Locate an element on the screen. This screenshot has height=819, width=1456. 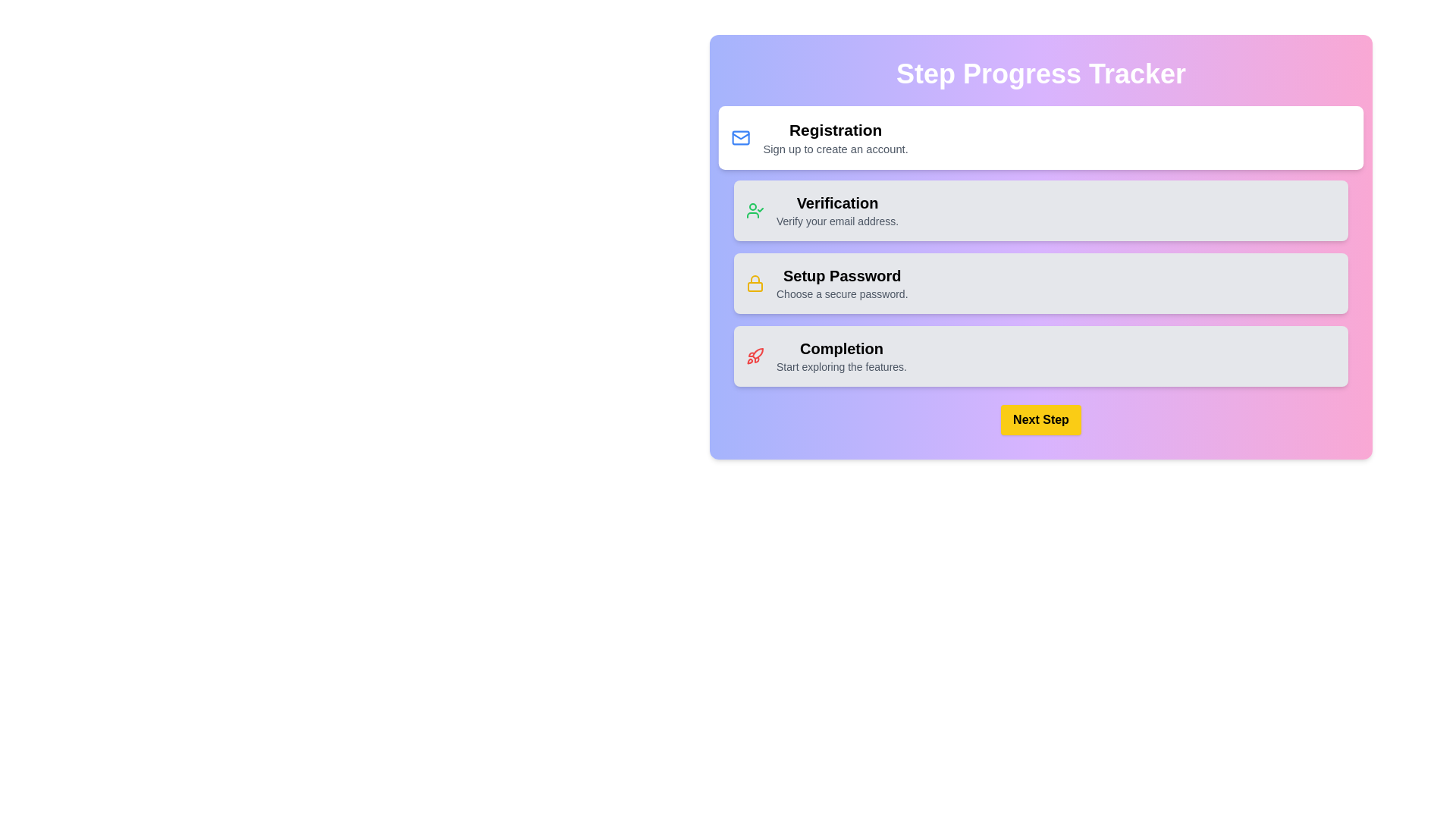
the button located at the bottom of the 'Step Progress Tracker' panel to trigger hover effects is located at coordinates (1040, 420).